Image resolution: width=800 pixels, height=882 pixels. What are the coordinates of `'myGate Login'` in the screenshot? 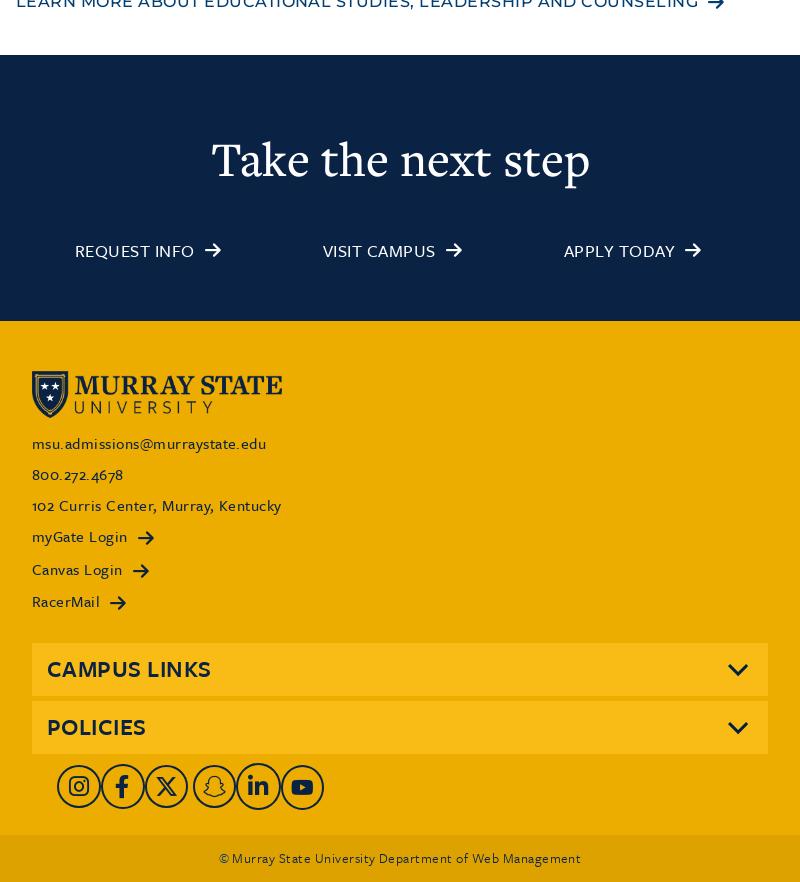 It's located at (79, 535).